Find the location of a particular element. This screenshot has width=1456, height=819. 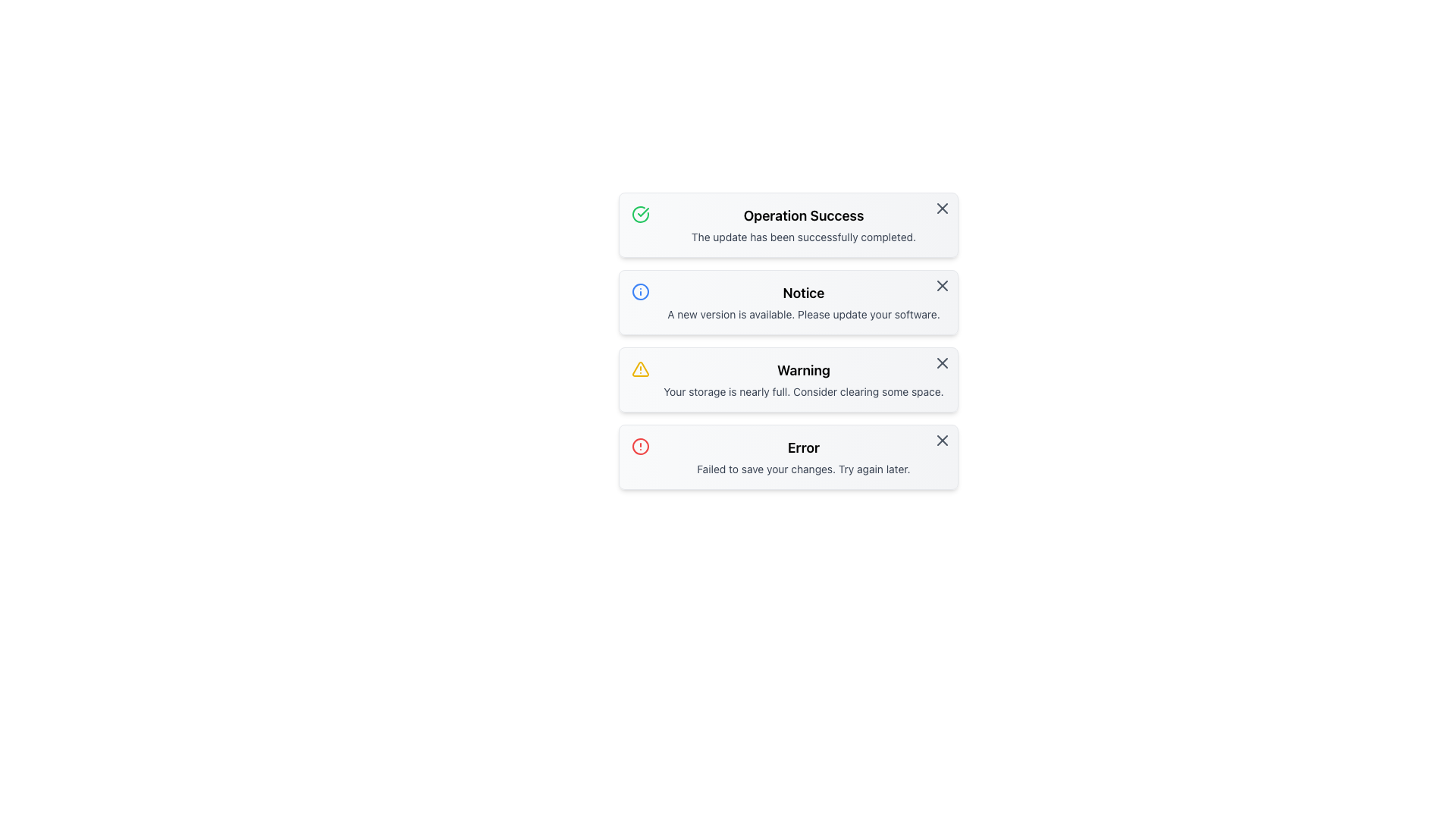

text displayed in the notification card stating 'Your storage is nearly full. Consider clearing some space.' which is located below the heading 'Warning' in the third card from the top is located at coordinates (803, 391).